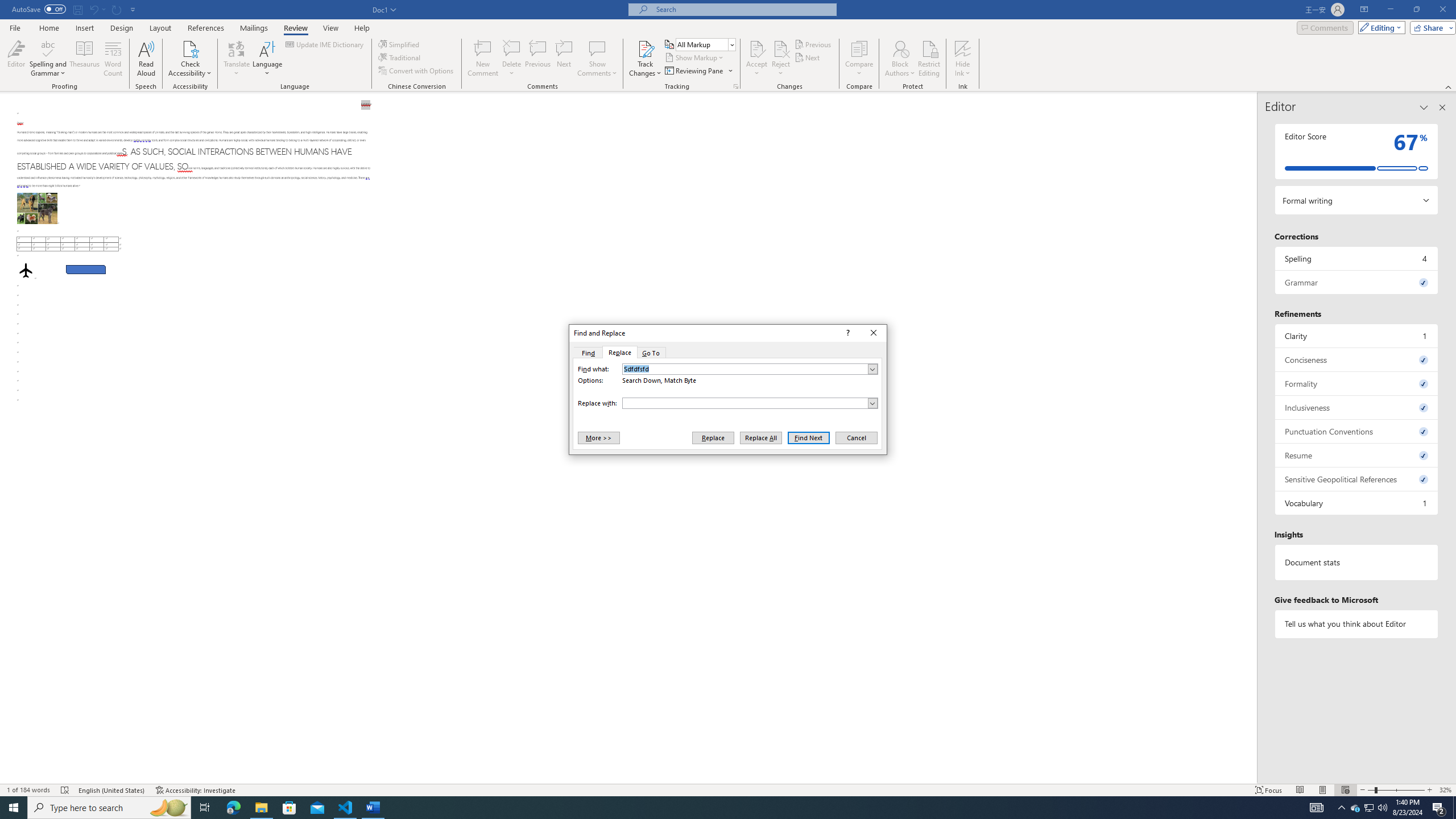 The height and width of the screenshot is (819, 1456). Describe the element at coordinates (48, 59) in the screenshot. I see `'Spelling and Grammar'` at that location.